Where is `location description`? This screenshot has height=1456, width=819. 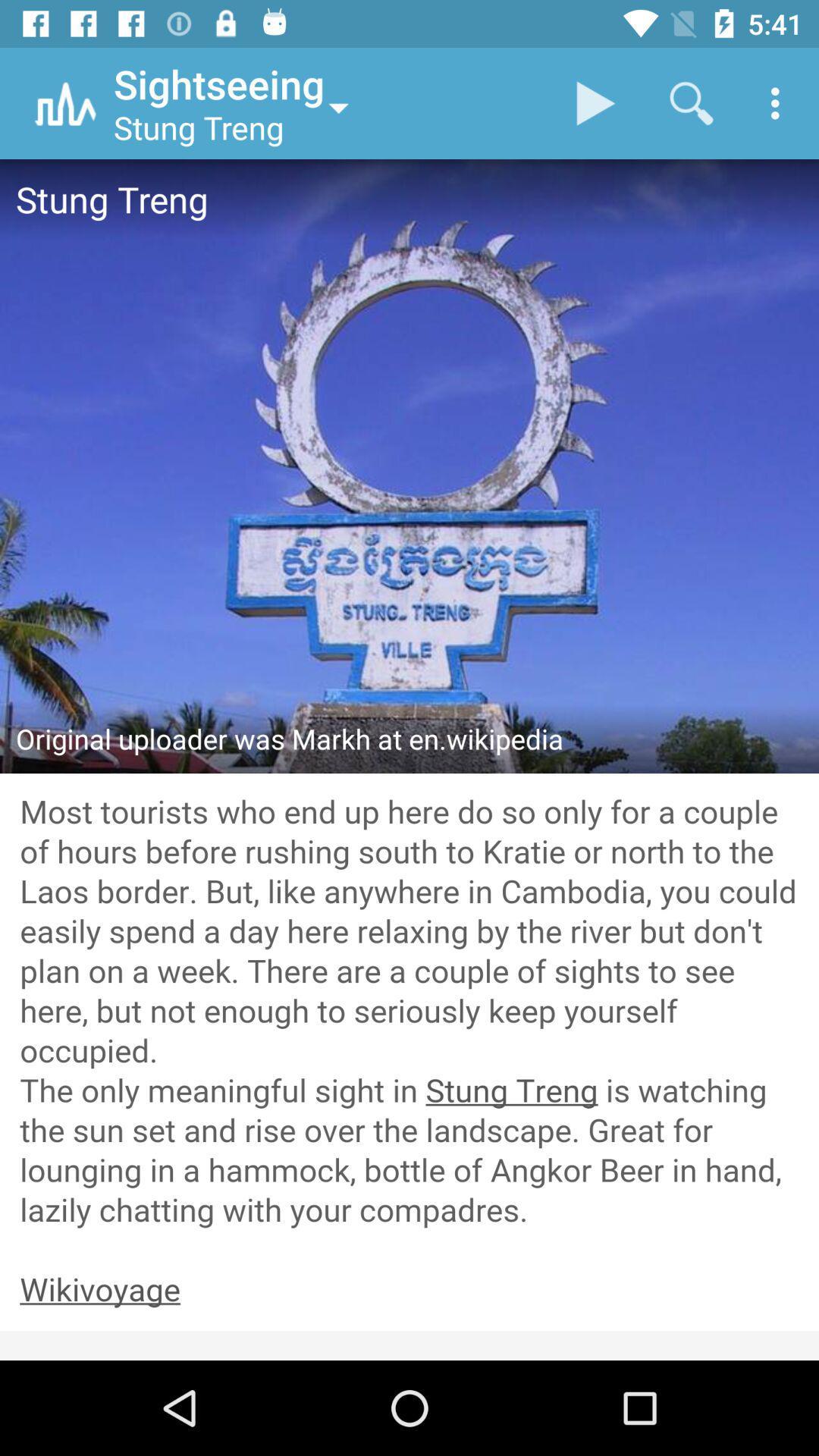 location description is located at coordinates (409, 1012).